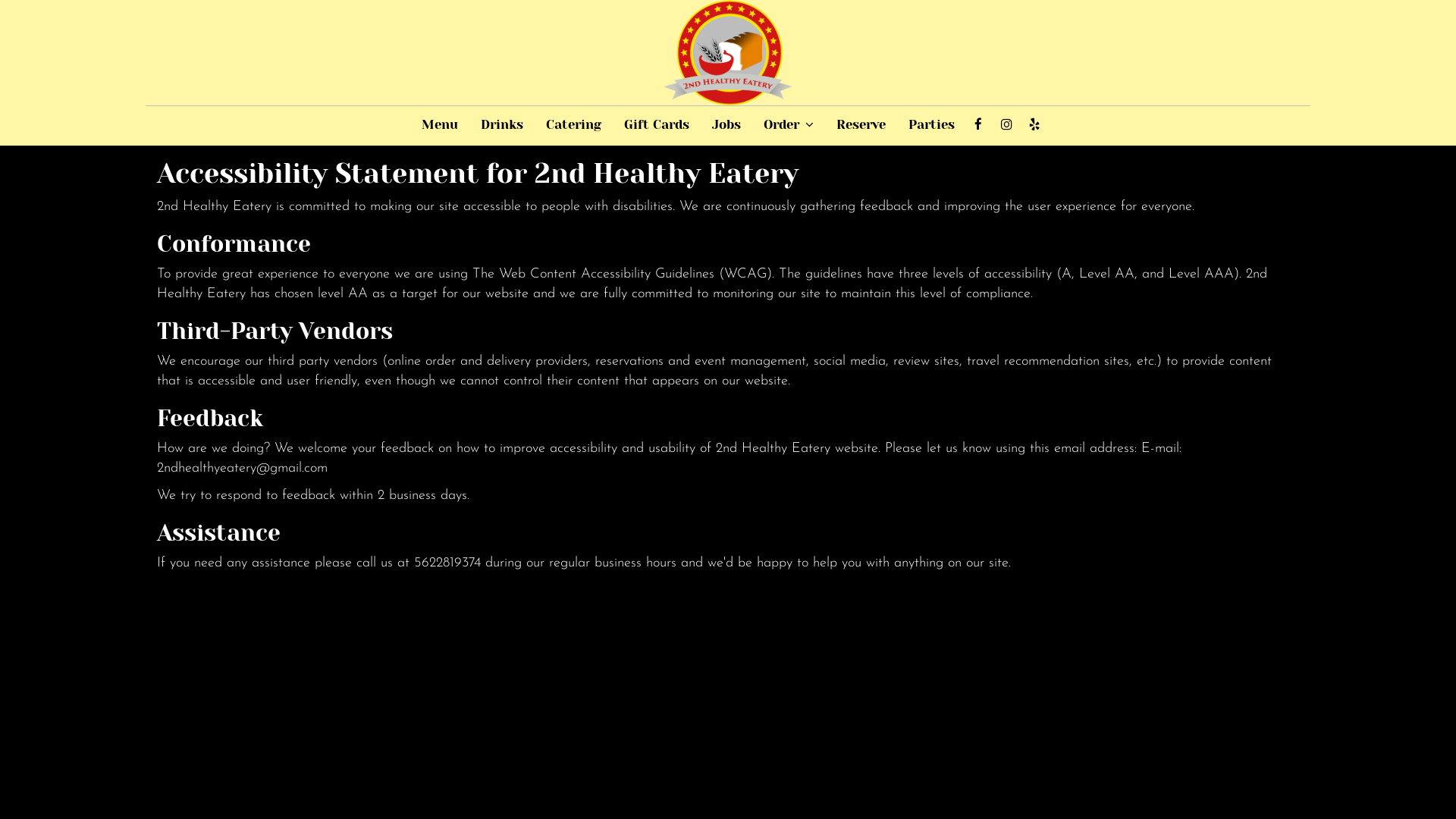  What do you see at coordinates (726, 124) in the screenshot?
I see `'Jobs'` at bounding box center [726, 124].